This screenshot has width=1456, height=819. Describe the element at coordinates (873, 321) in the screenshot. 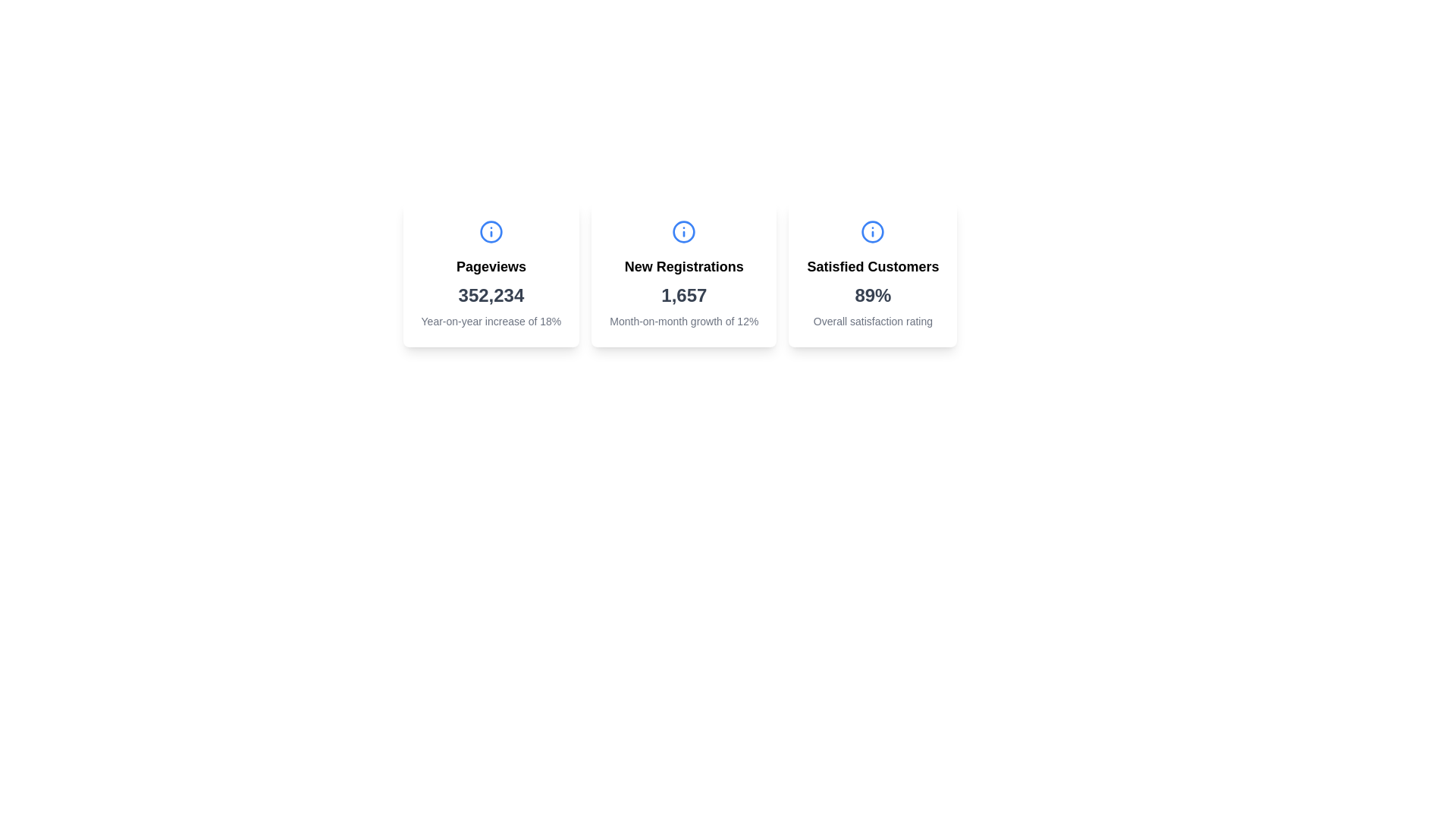

I see `the static text label displaying 'Overall satisfaction rating'` at that location.